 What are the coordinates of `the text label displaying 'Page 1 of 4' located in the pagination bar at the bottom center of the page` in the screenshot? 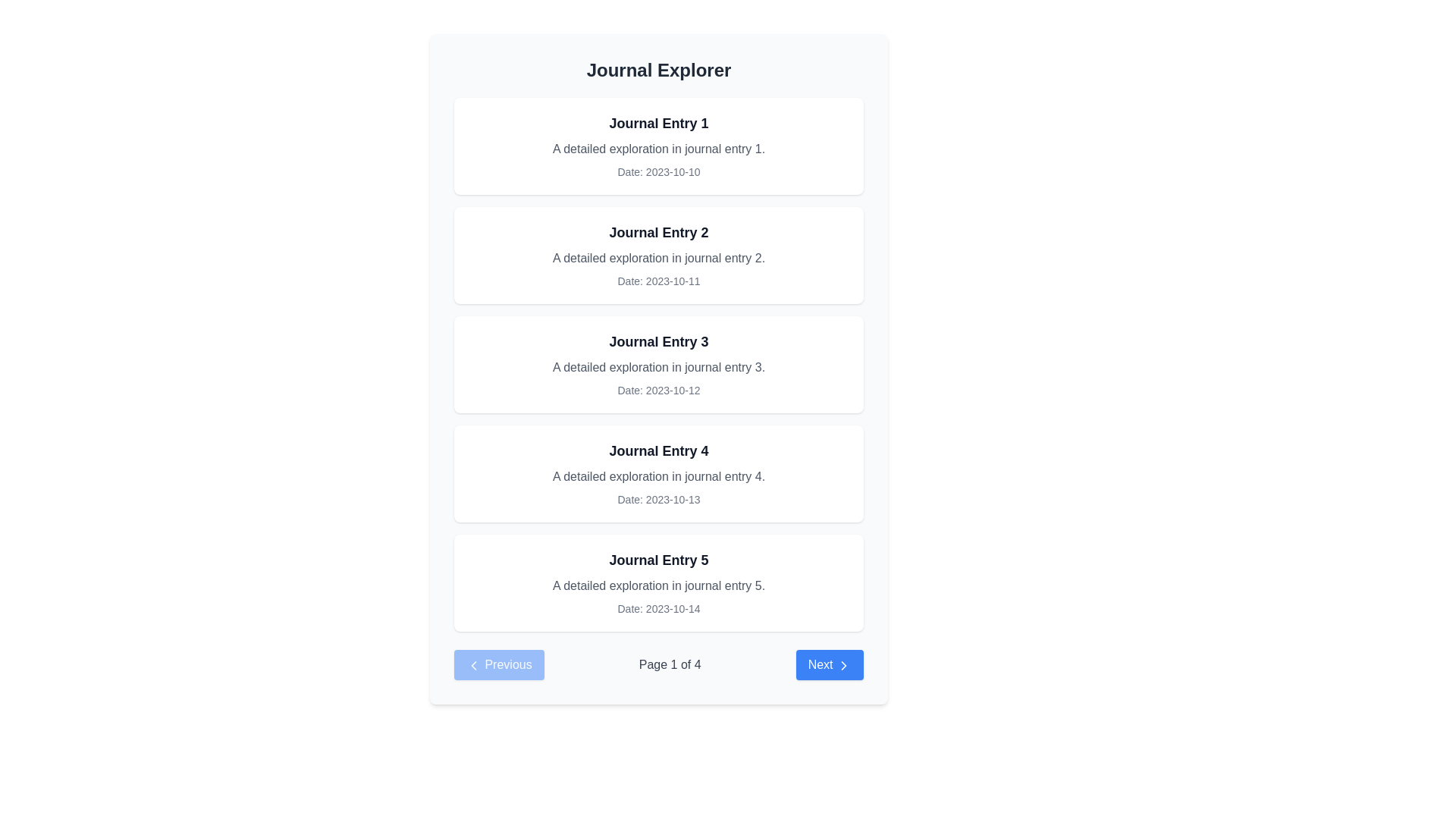 It's located at (669, 664).